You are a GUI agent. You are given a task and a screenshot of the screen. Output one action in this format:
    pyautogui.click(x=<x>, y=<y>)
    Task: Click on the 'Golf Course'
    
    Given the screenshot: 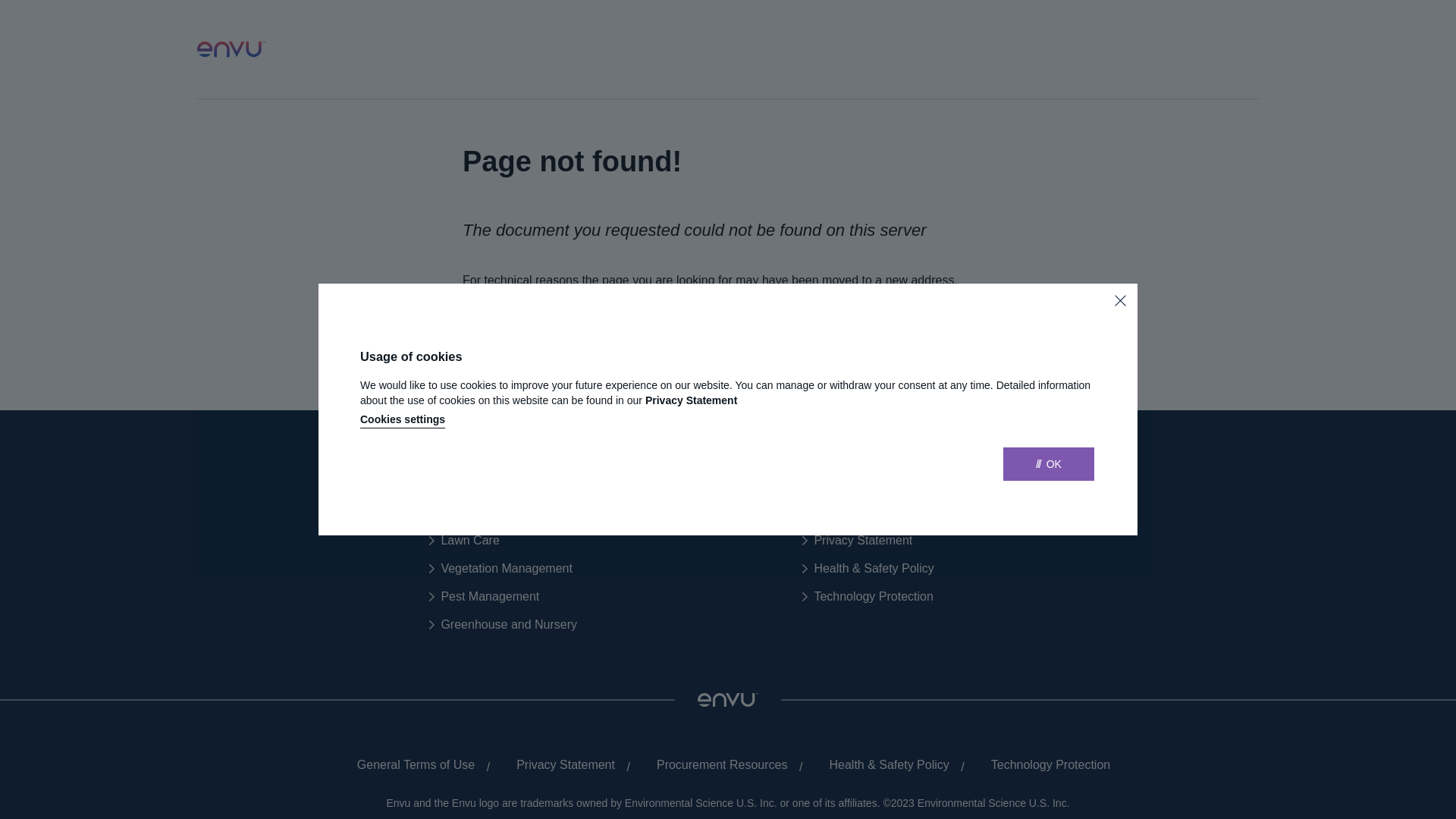 What is the action you would take?
    pyautogui.click(x=466, y=512)
    